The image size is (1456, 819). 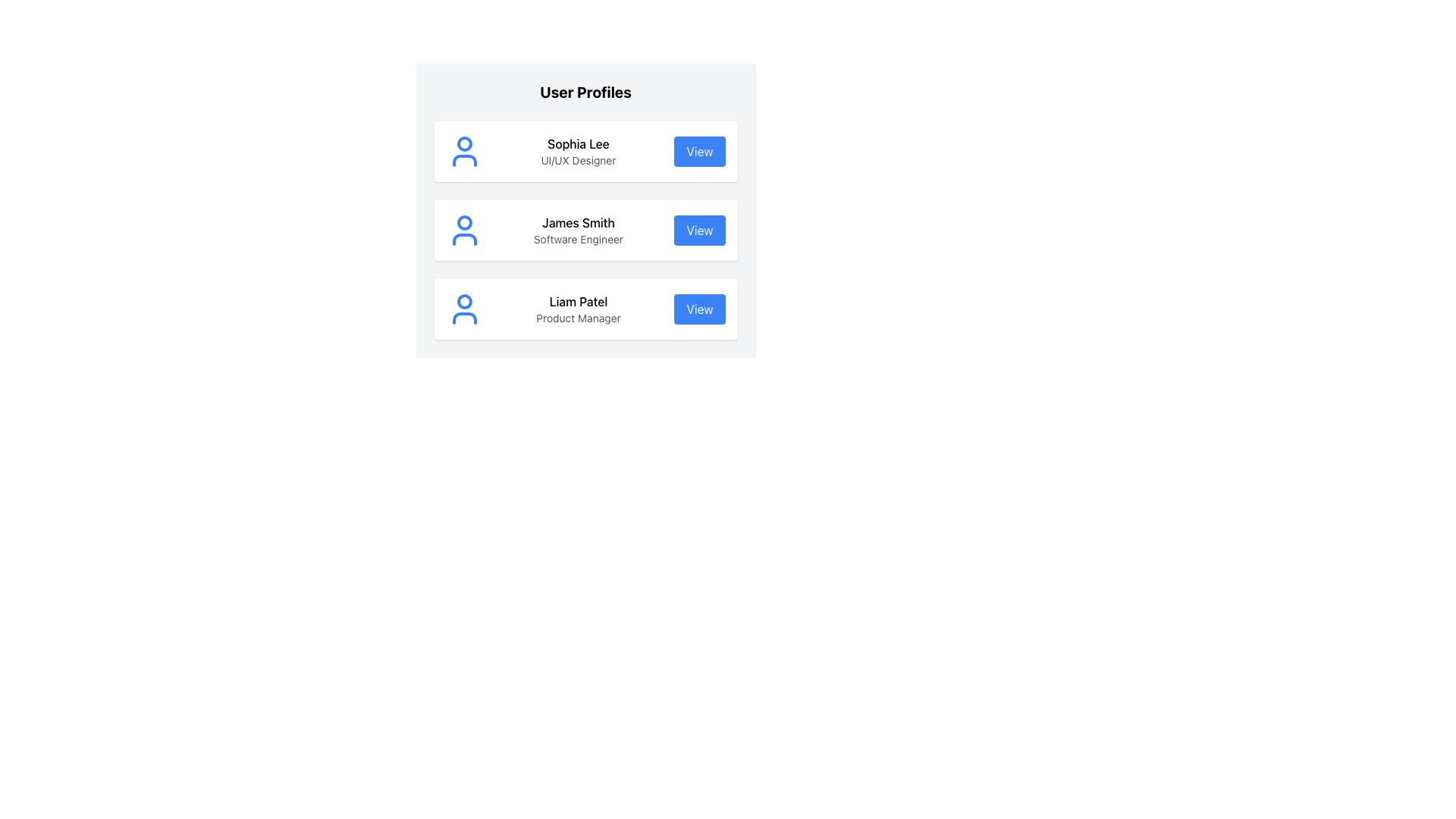 What do you see at coordinates (578, 152) in the screenshot?
I see `text displayed in the text area showing 'Sophia Lee' and 'UI/UX Designer' within the first profile card of the list` at bounding box center [578, 152].